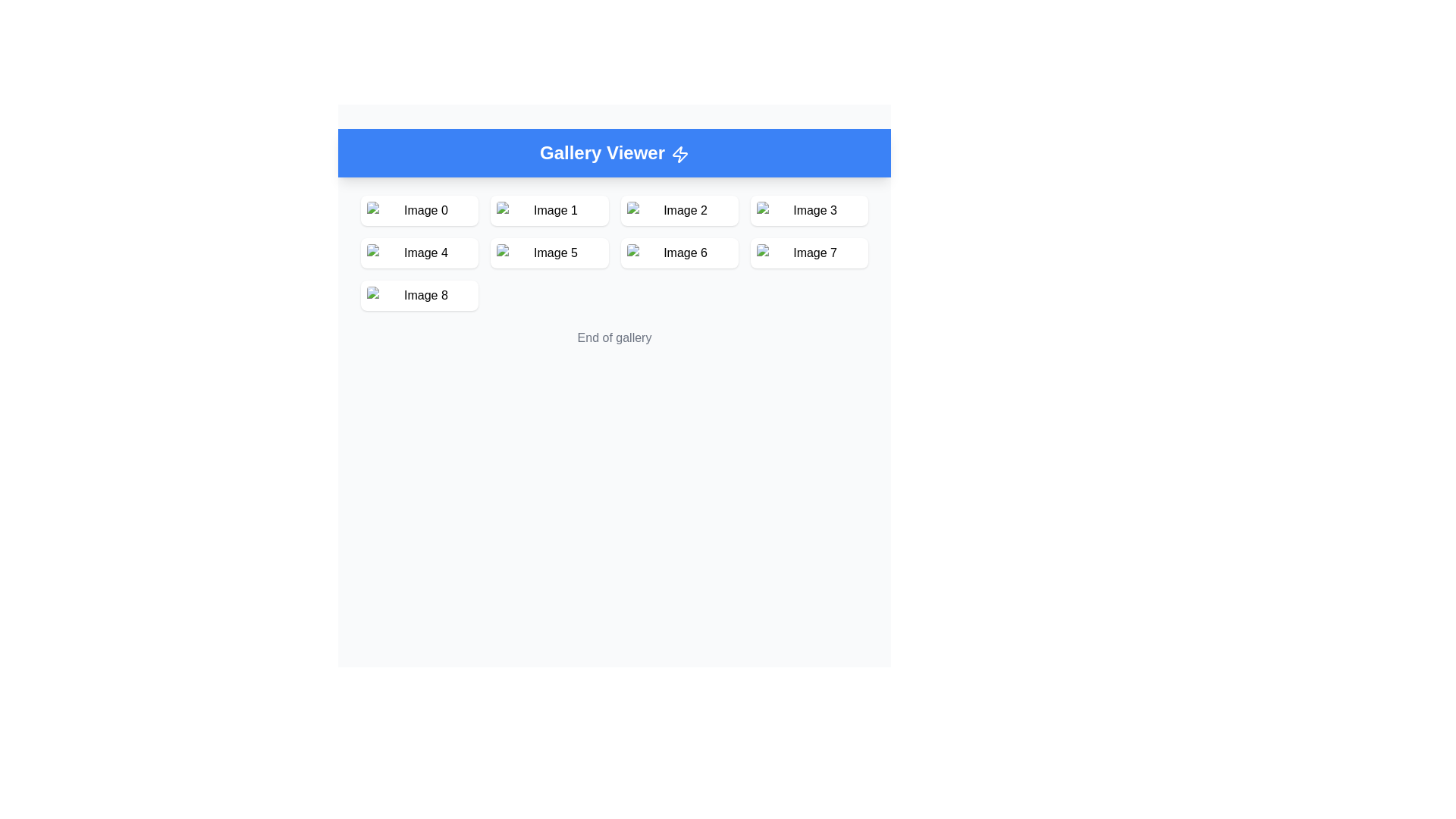 The width and height of the screenshot is (1456, 819). Describe the element at coordinates (614, 337) in the screenshot. I see `the text label displaying 'End of gallery' which is located below the gallery grid of images in muted gray color` at that location.